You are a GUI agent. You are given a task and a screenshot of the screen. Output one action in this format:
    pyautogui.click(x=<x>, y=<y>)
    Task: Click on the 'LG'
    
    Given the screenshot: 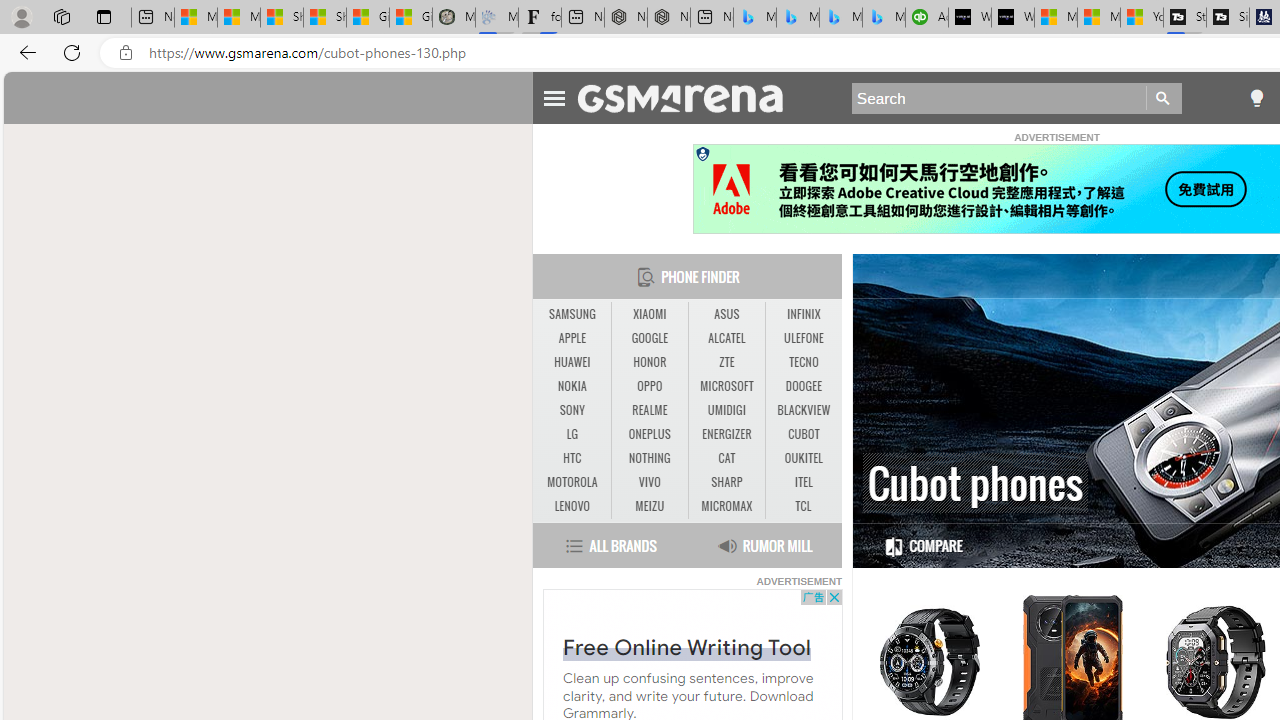 What is the action you would take?
    pyautogui.click(x=571, y=433)
    